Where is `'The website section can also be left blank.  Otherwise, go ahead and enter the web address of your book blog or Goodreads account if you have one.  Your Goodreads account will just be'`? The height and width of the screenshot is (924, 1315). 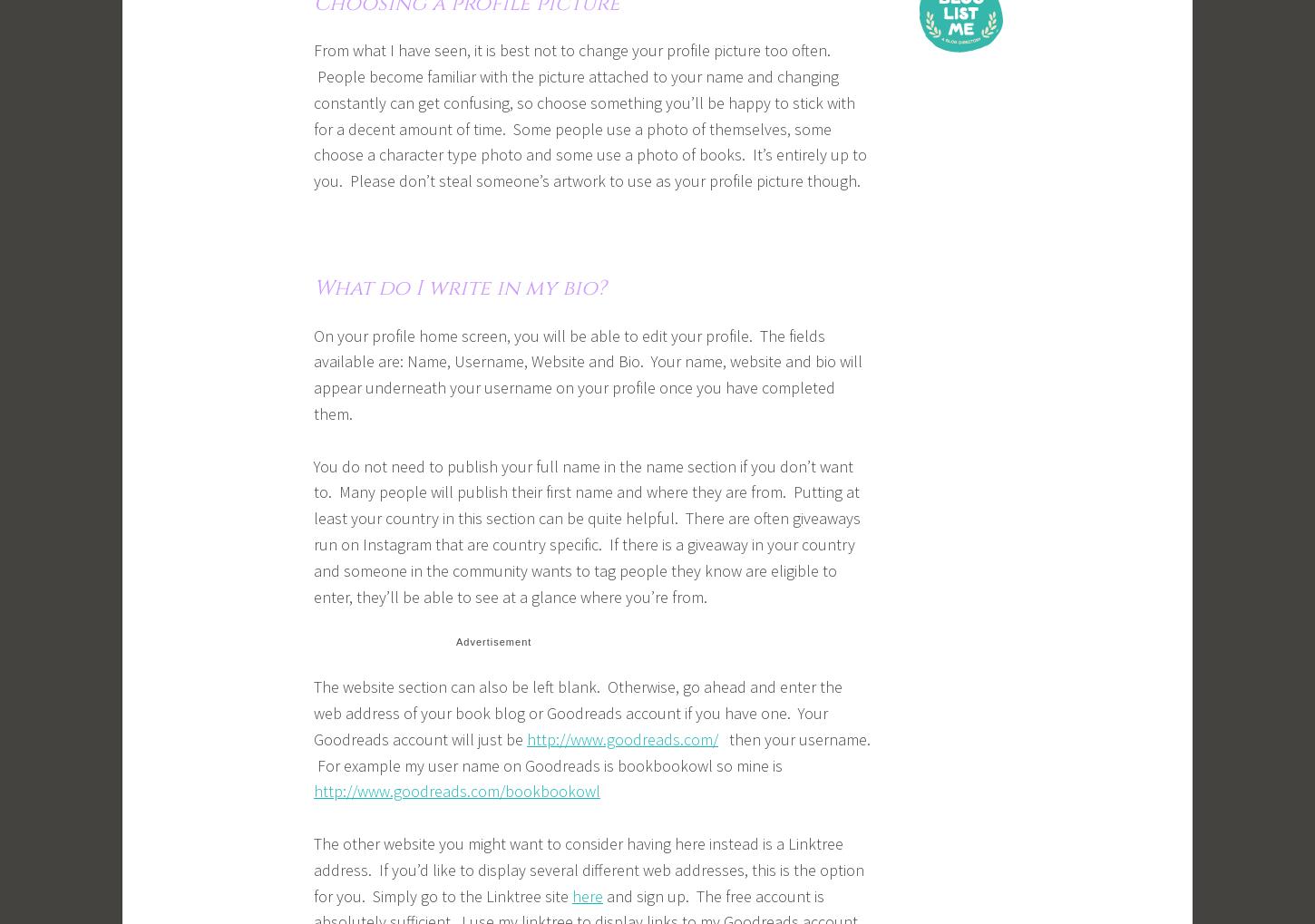
'The website section can also be left blank.  Otherwise, go ahead and enter the web address of your book blog or Goodreads account if you have one.  Your Goodreads account will just be' is located at coordinates (313, 711).